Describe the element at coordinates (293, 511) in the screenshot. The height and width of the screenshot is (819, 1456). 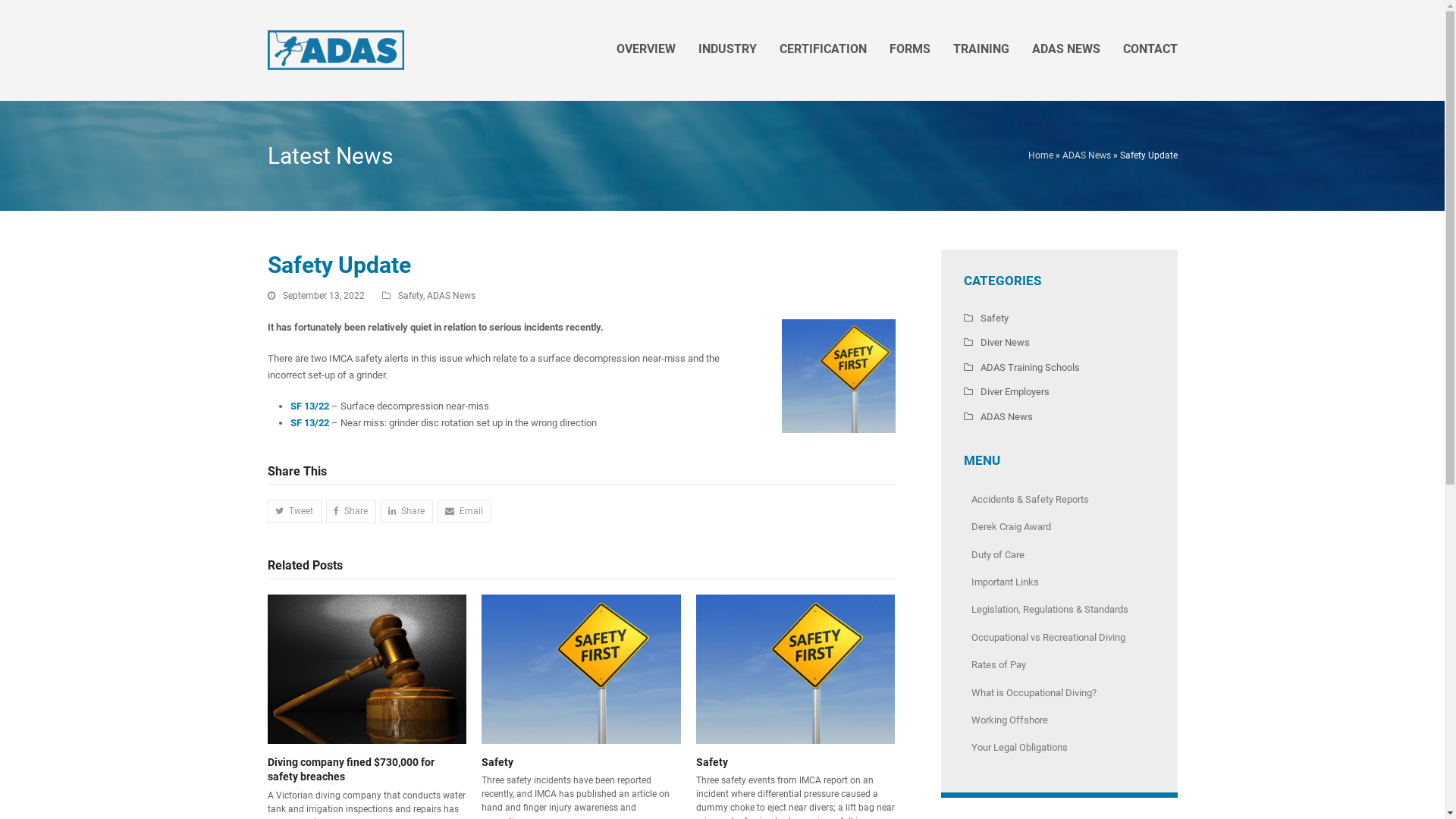
I see `'Tweet'` at that location.